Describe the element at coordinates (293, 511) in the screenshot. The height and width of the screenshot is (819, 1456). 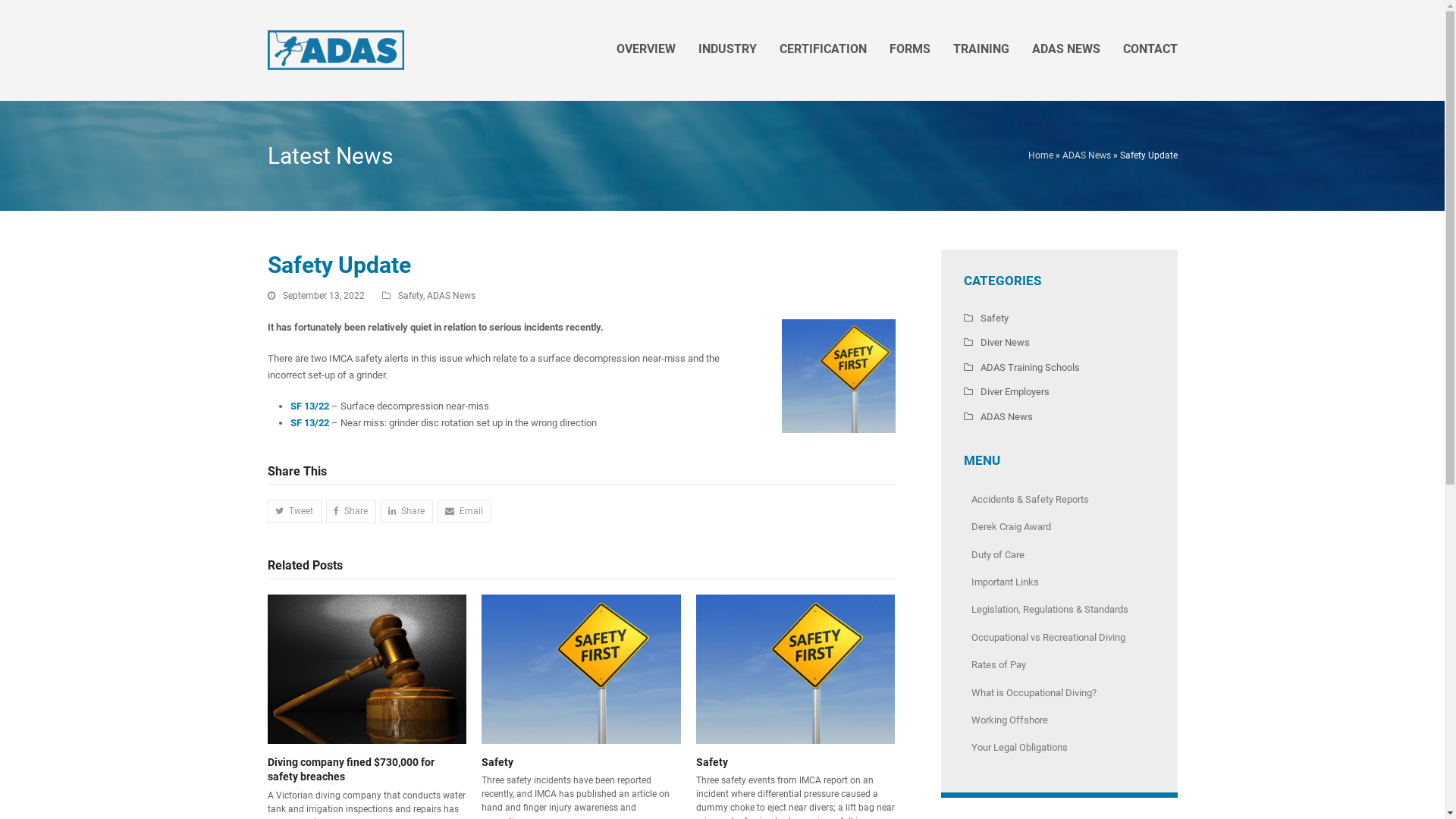
I see `'Tweet'` at that location.